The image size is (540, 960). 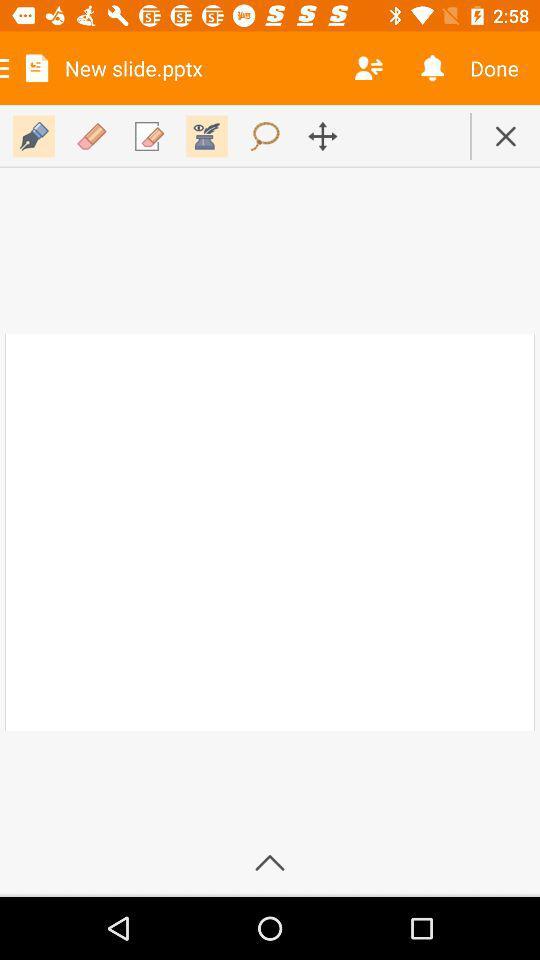 What do you see at coordinates (265, 135) in the screenshot?
I see `the chat icon` at bounding box center [265, 135].